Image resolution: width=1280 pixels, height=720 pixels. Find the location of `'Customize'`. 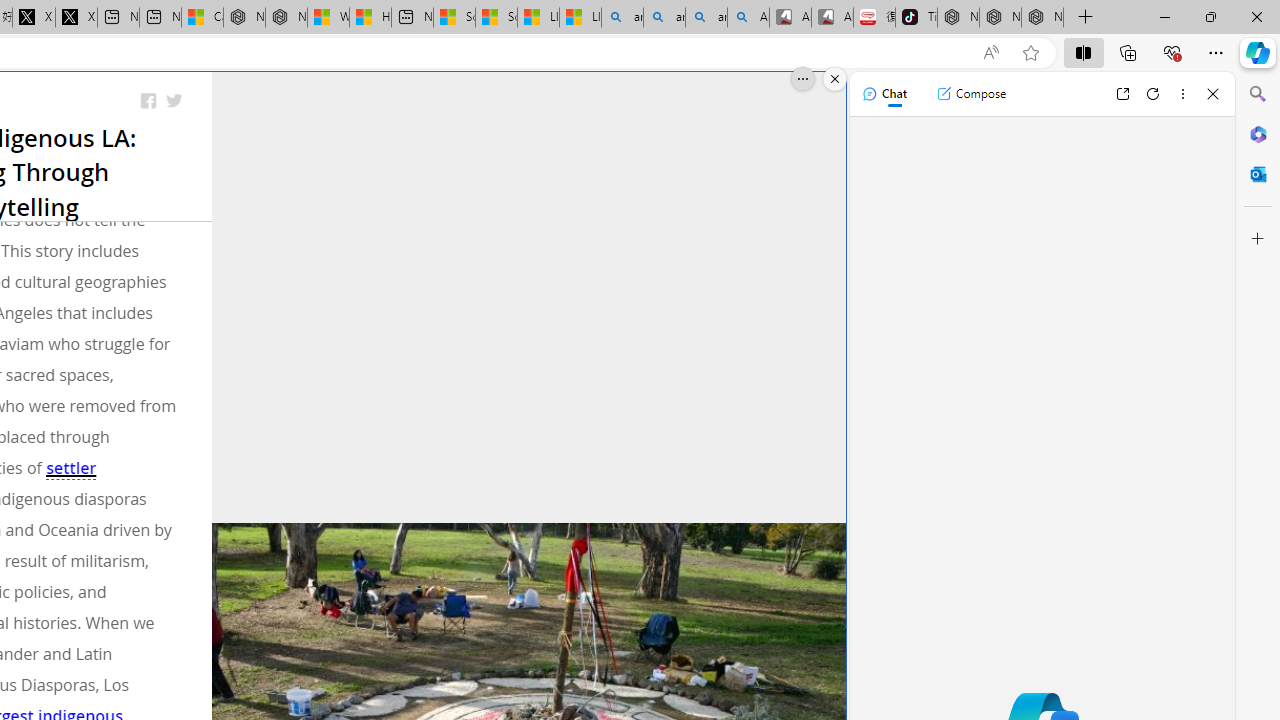

'Customize' is located at coordinates (1257, 238).